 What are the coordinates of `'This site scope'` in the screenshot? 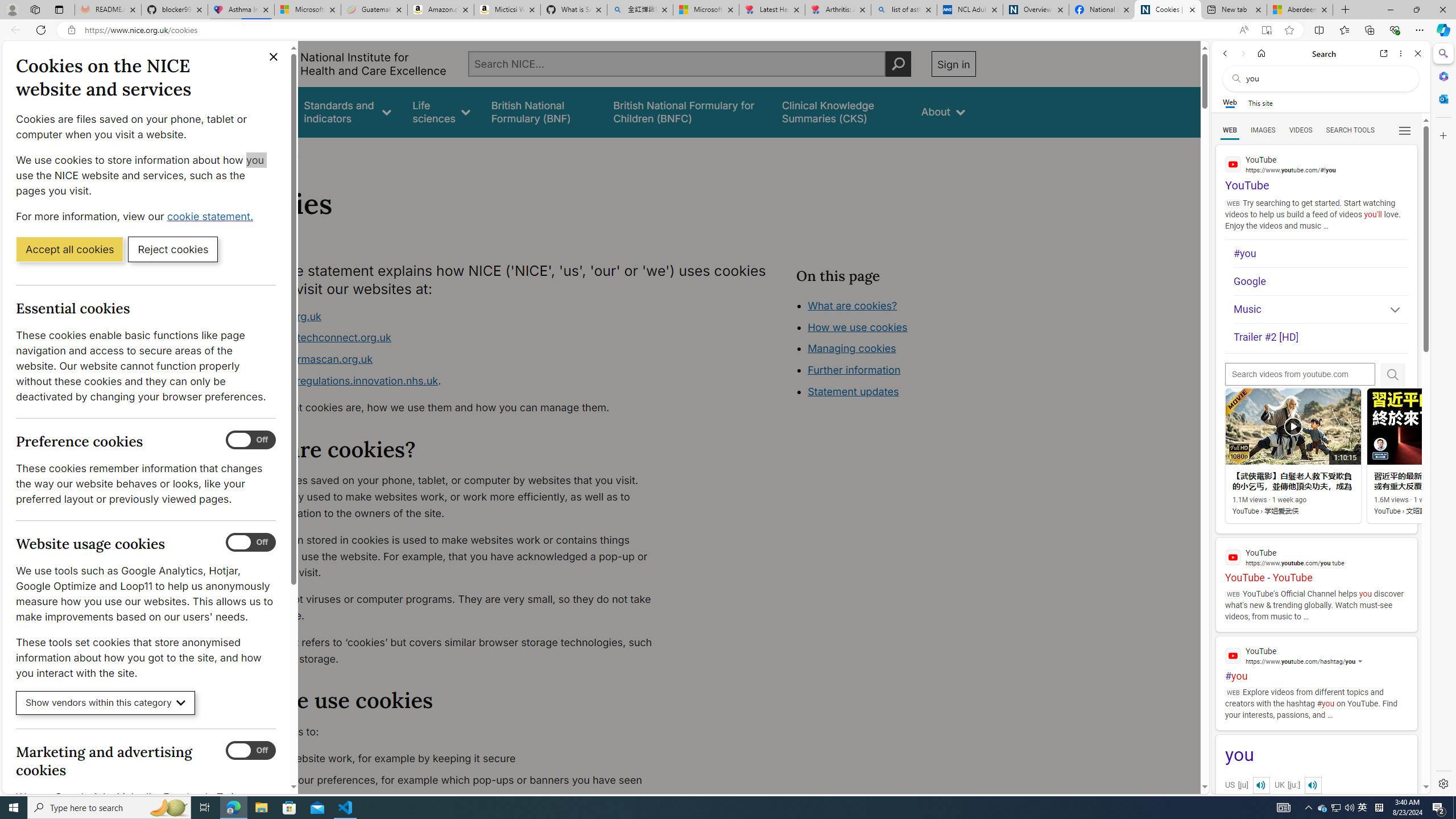 It's located at (1259, 102).